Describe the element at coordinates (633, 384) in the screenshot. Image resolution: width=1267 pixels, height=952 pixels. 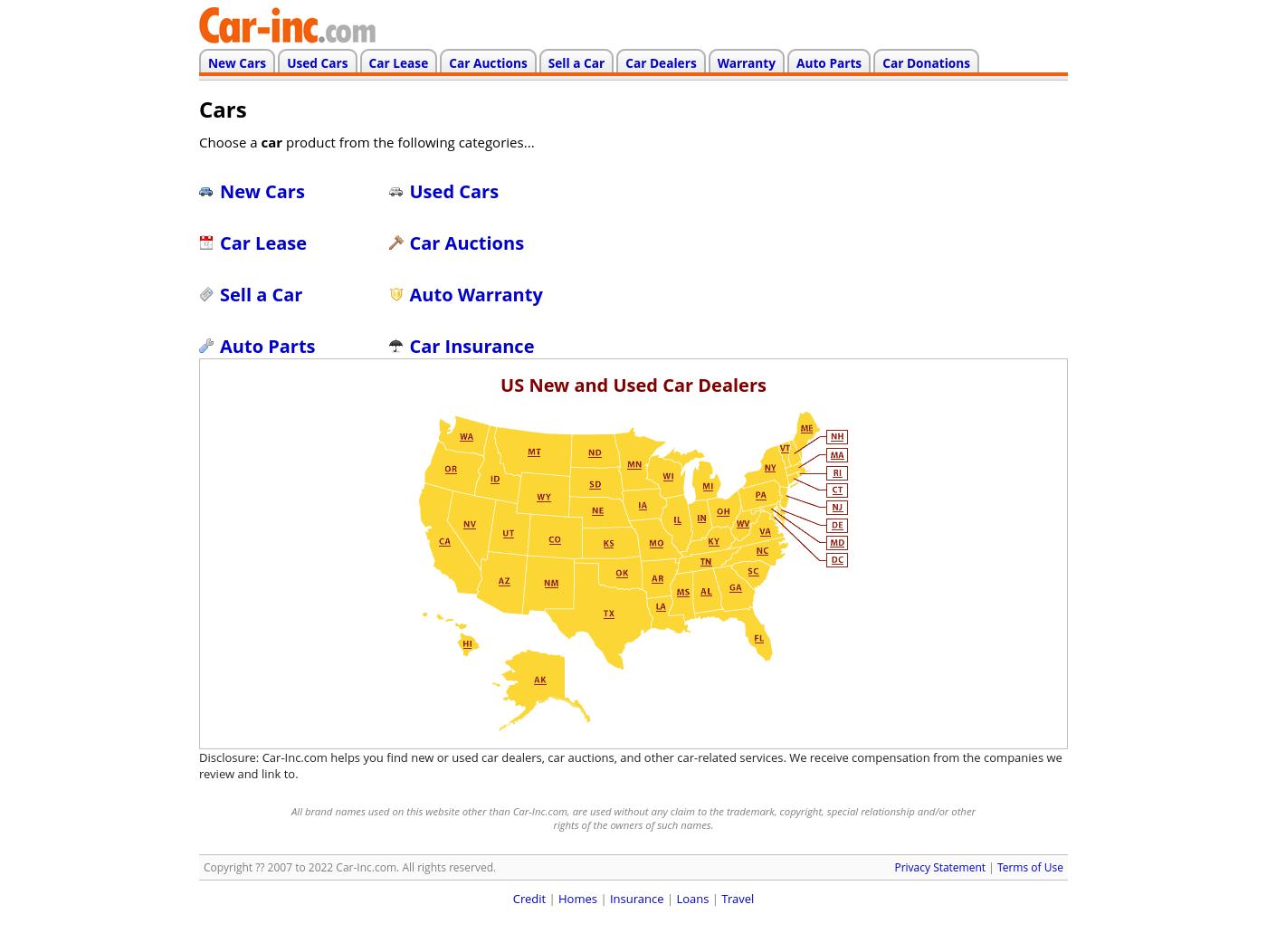
I see `'US New and Used Car Dealers'` at that location.